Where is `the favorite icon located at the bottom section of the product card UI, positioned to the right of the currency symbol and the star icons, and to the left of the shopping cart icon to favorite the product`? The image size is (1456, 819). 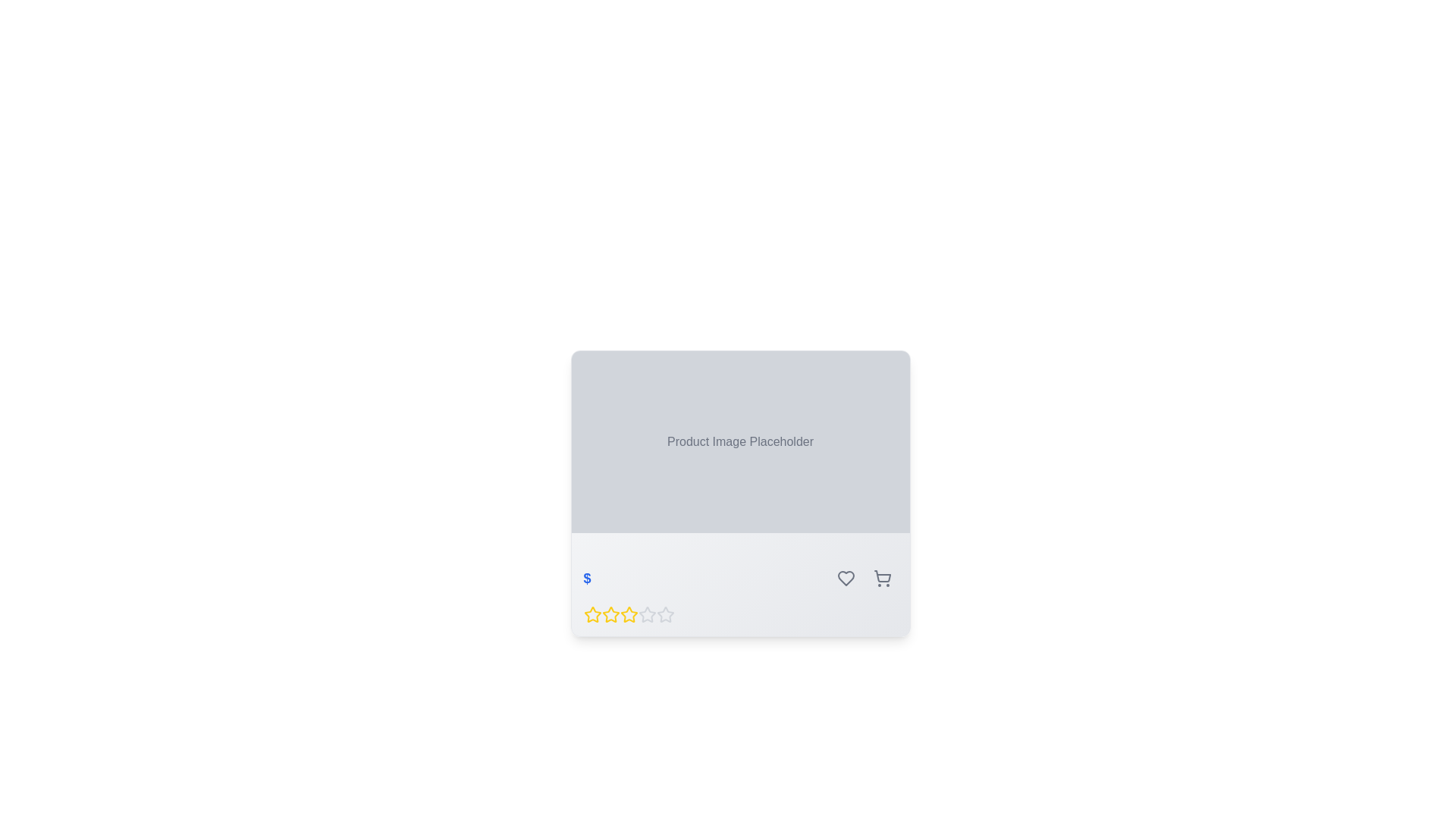
the favorite icon located at the bottom section of the product card UI, positioned to the right of the currency symbol and the star icons, and to the left of the shopping cart icon to favorite the product is located at coordinates (845, 579).